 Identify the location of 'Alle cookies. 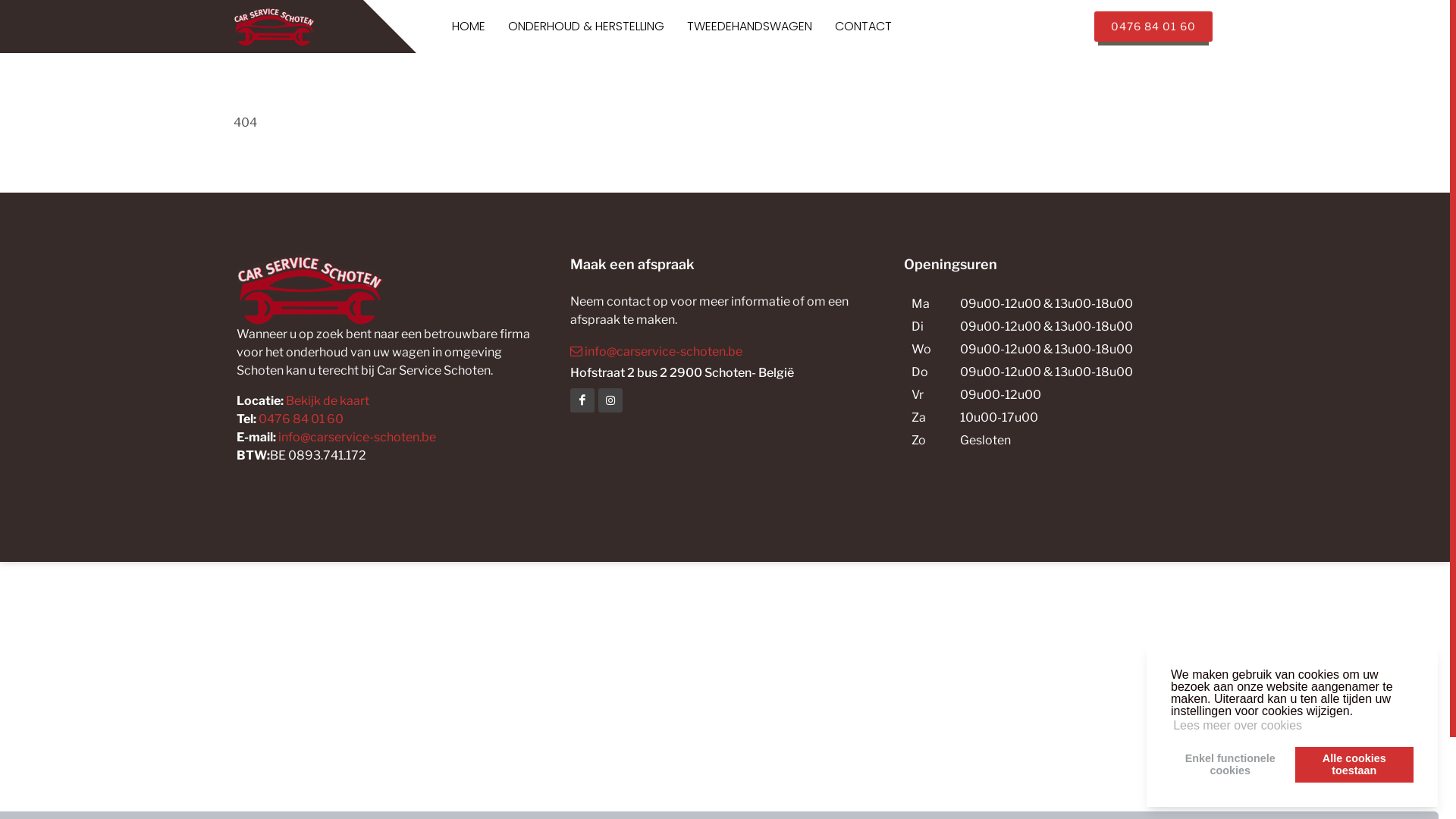
(1354, 764).